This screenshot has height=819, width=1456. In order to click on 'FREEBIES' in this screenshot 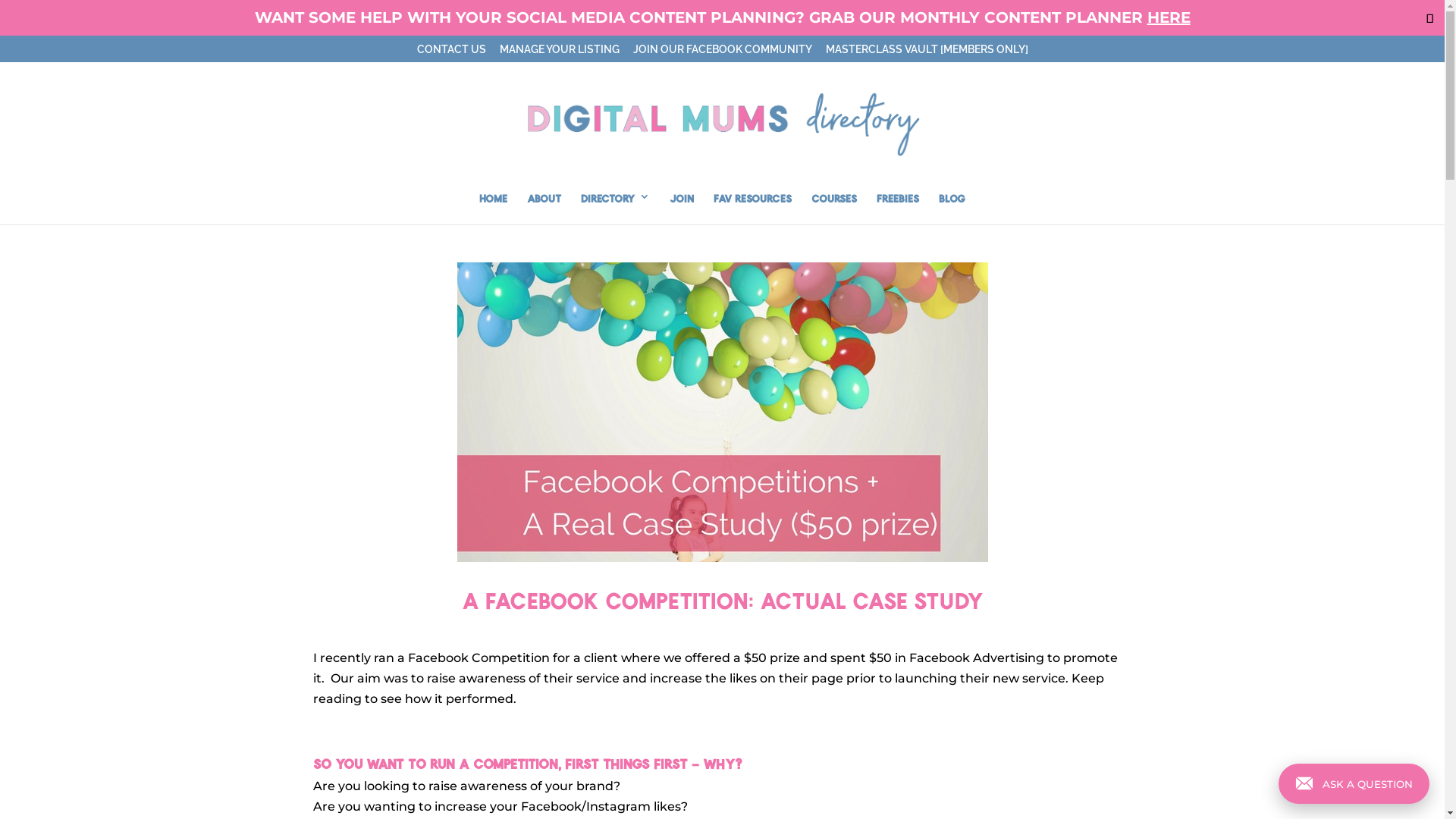, I will do `click(898, 207)`.